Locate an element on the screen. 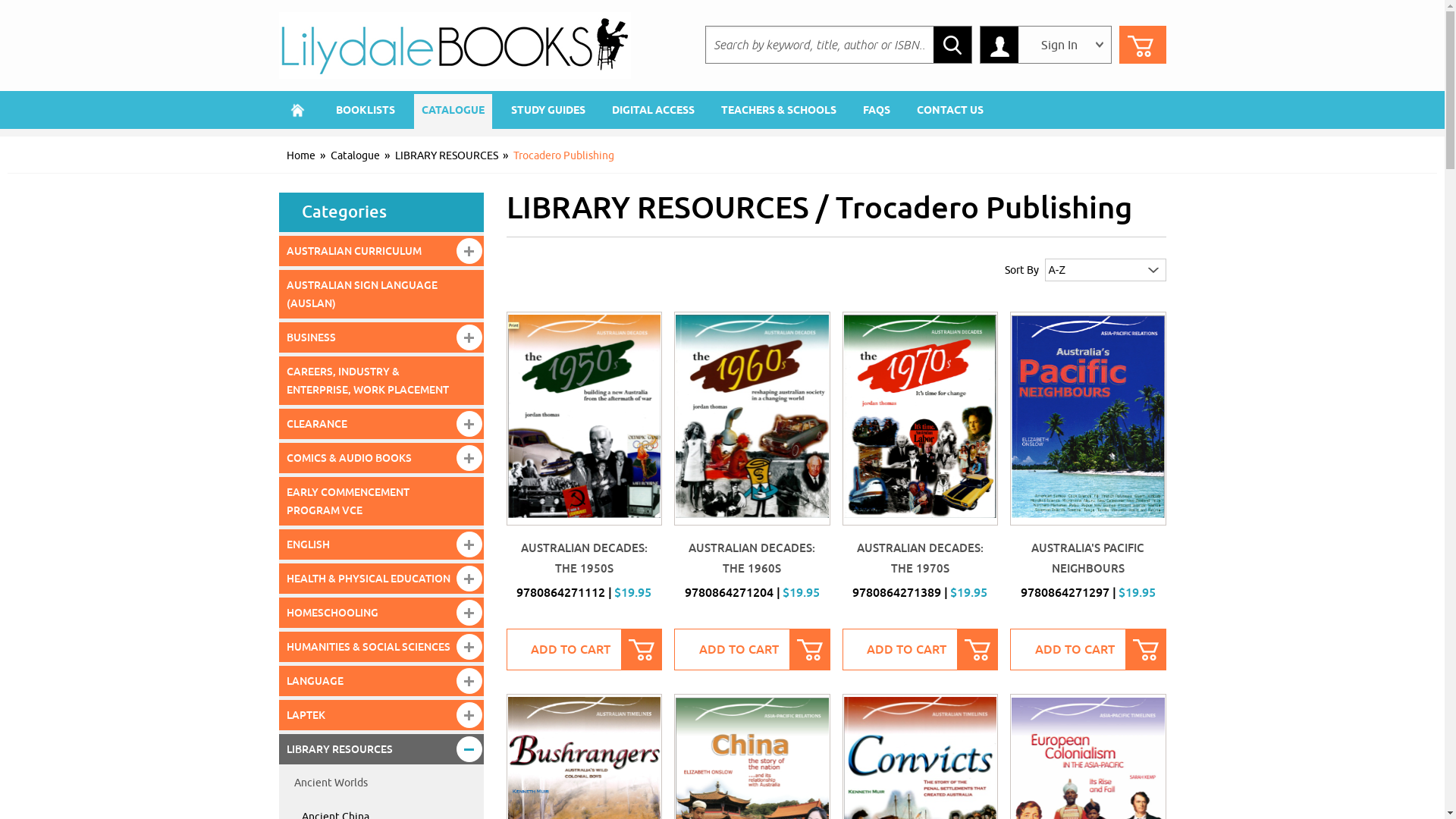 This screenshot has height=819, width=1456. 'FAQS' is located at coordinates (877, 109).